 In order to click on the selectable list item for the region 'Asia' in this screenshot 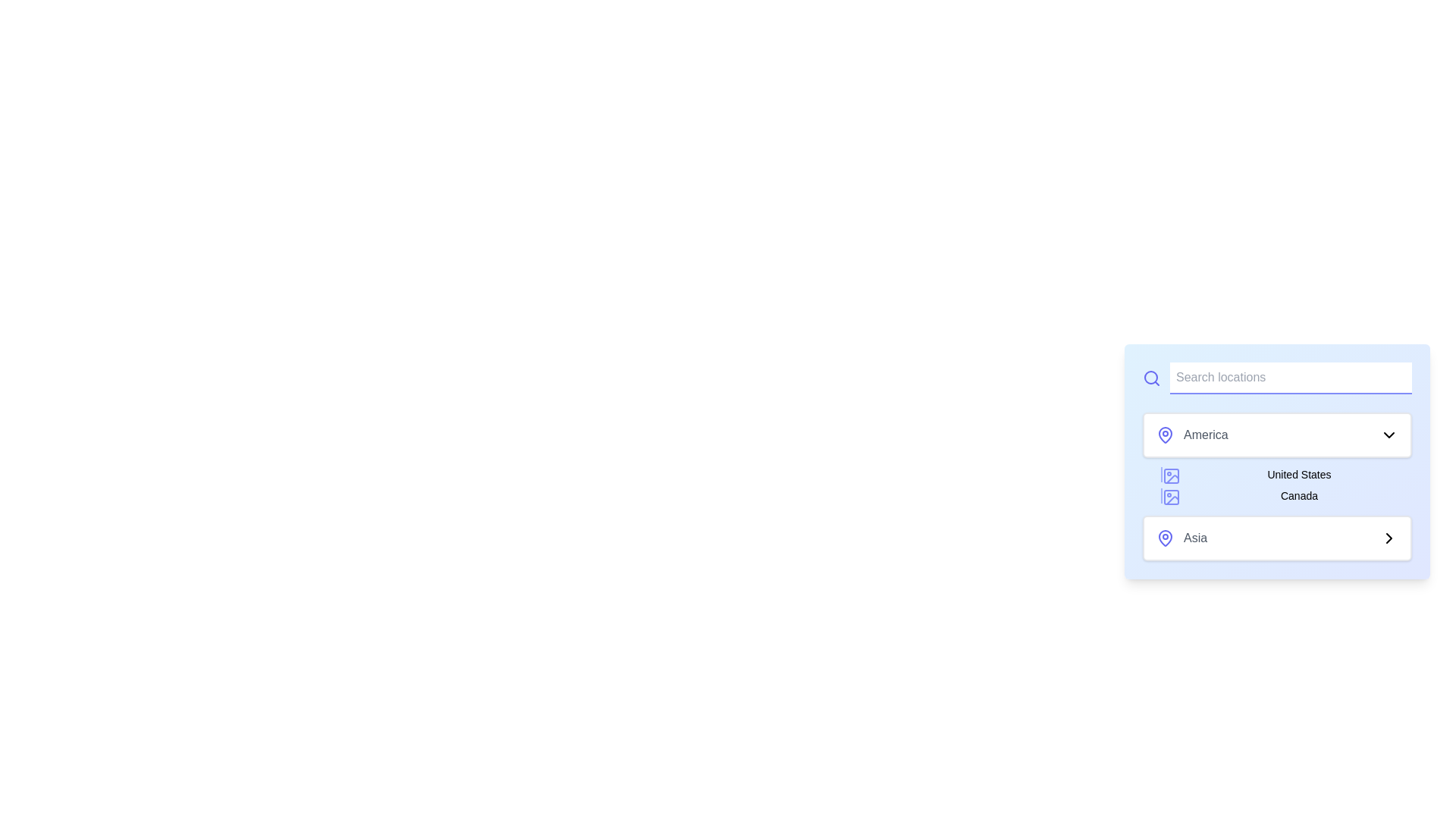, I will do `click(1181, 537)`.